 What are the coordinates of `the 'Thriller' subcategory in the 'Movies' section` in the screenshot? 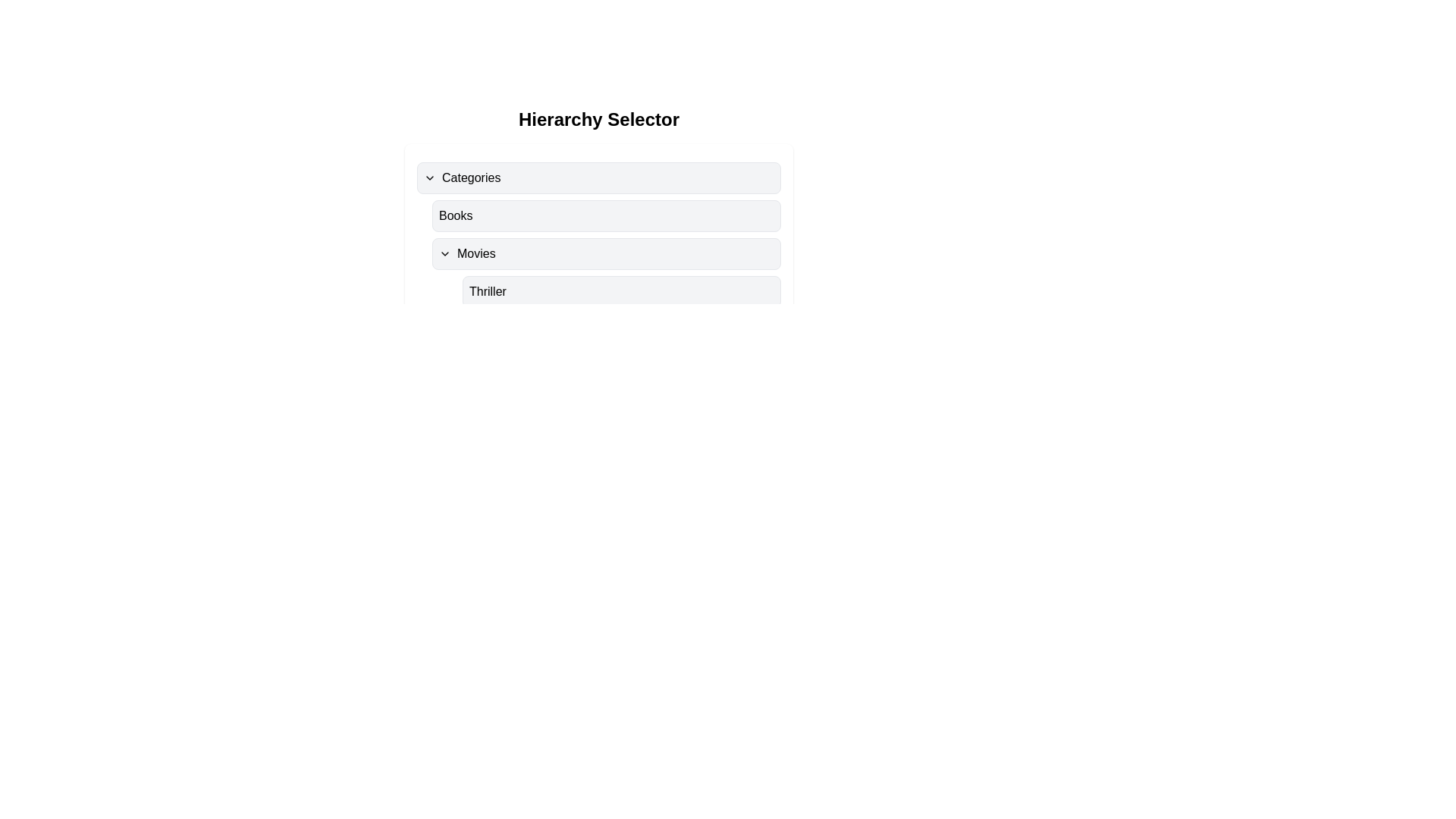 It's located at (607, 292).